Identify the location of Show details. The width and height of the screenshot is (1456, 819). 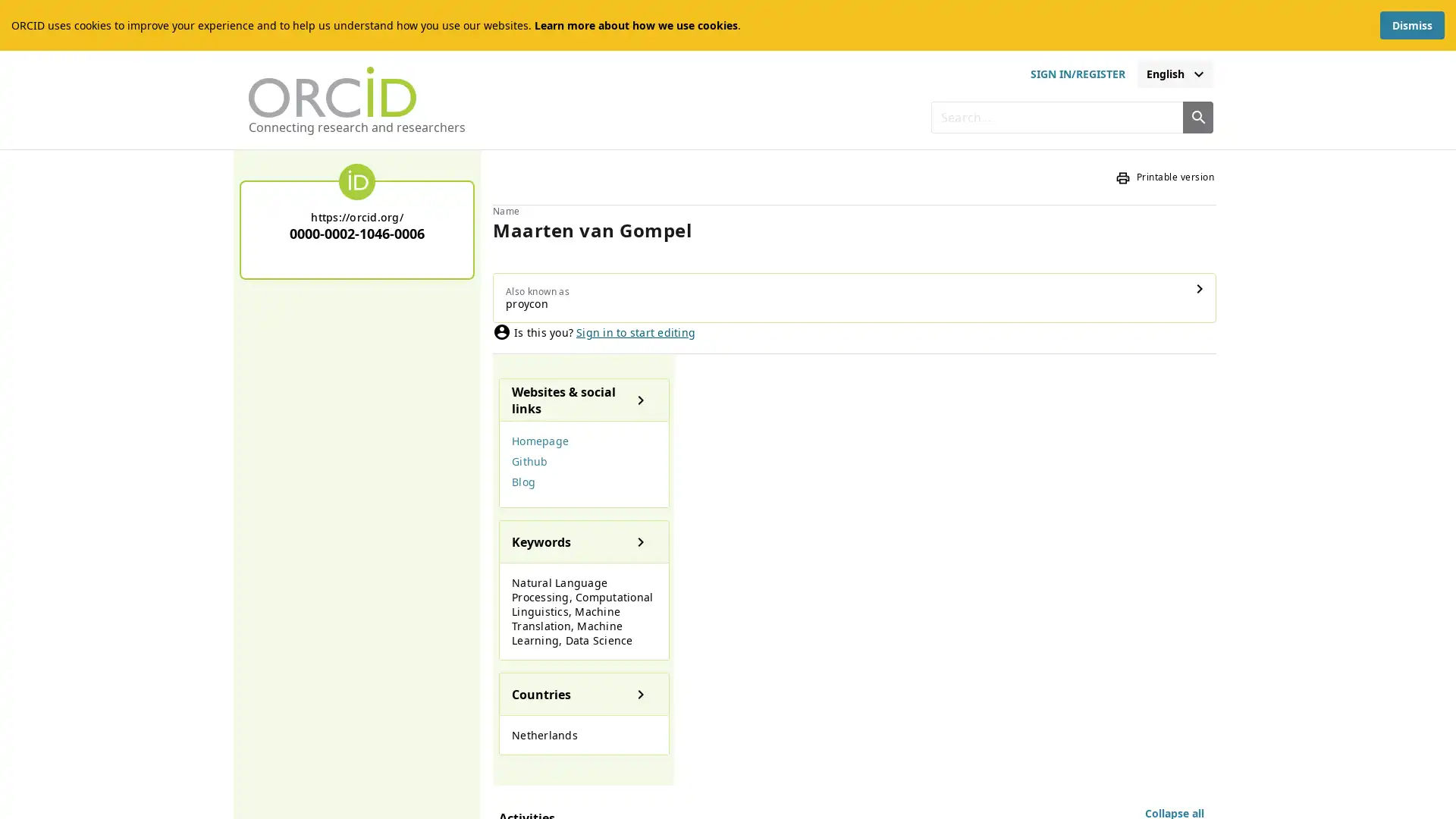
(447, 604).